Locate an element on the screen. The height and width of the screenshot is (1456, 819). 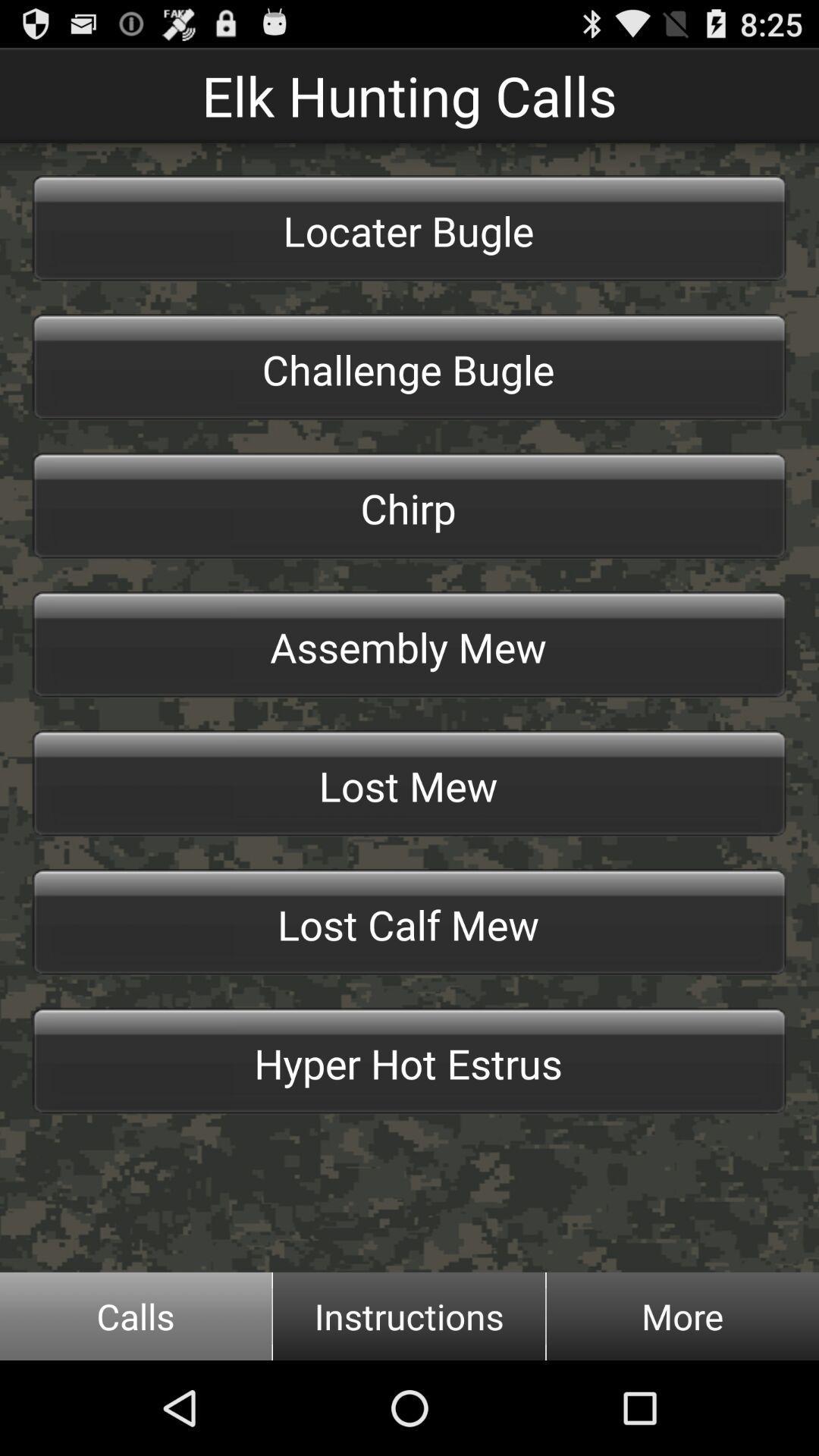
item below the locater bugle is located at coordinates (409, 367).